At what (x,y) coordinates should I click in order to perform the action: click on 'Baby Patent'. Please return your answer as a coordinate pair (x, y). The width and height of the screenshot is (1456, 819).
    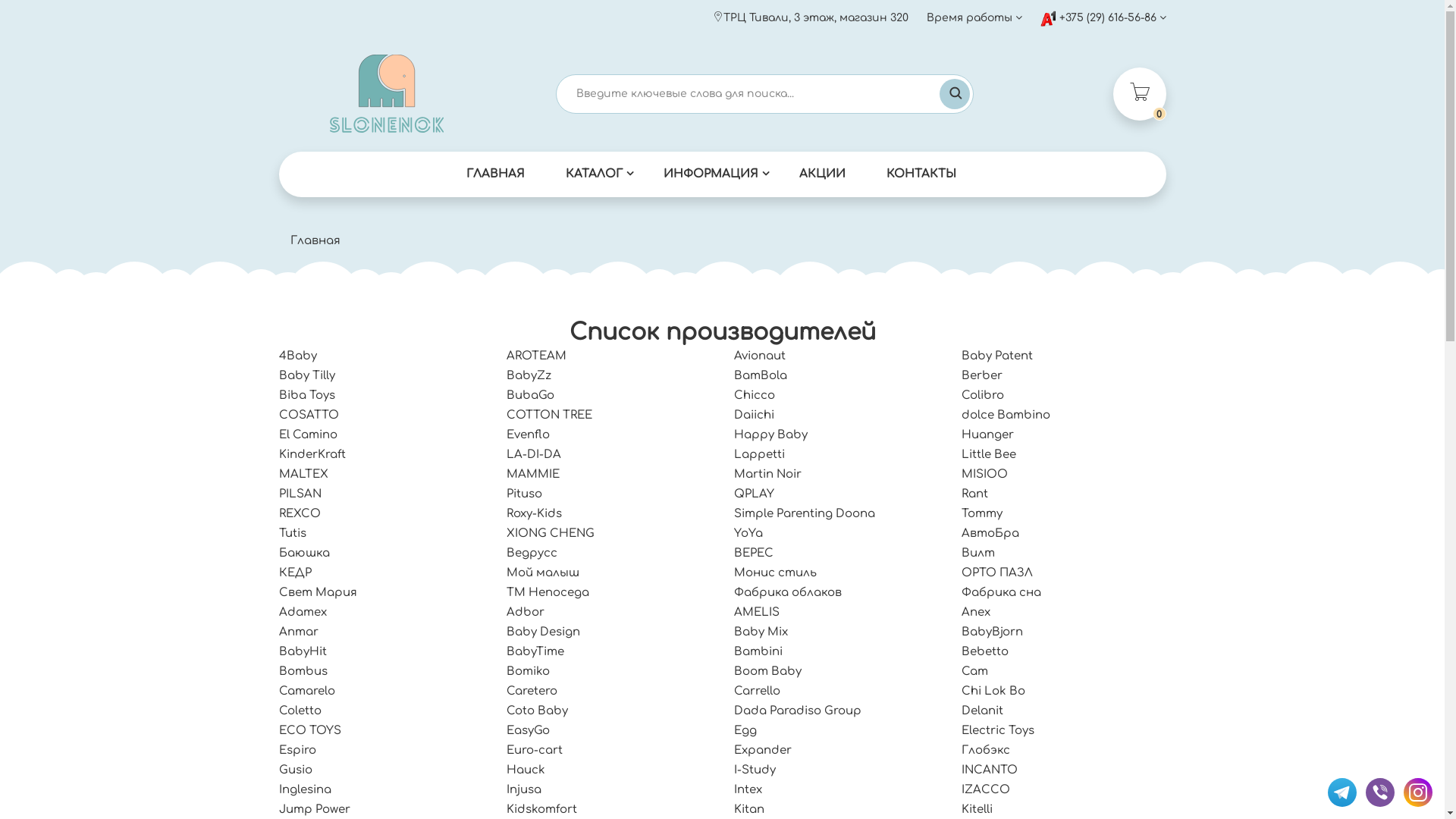
    Looking at the image, I should click on (997, 356).